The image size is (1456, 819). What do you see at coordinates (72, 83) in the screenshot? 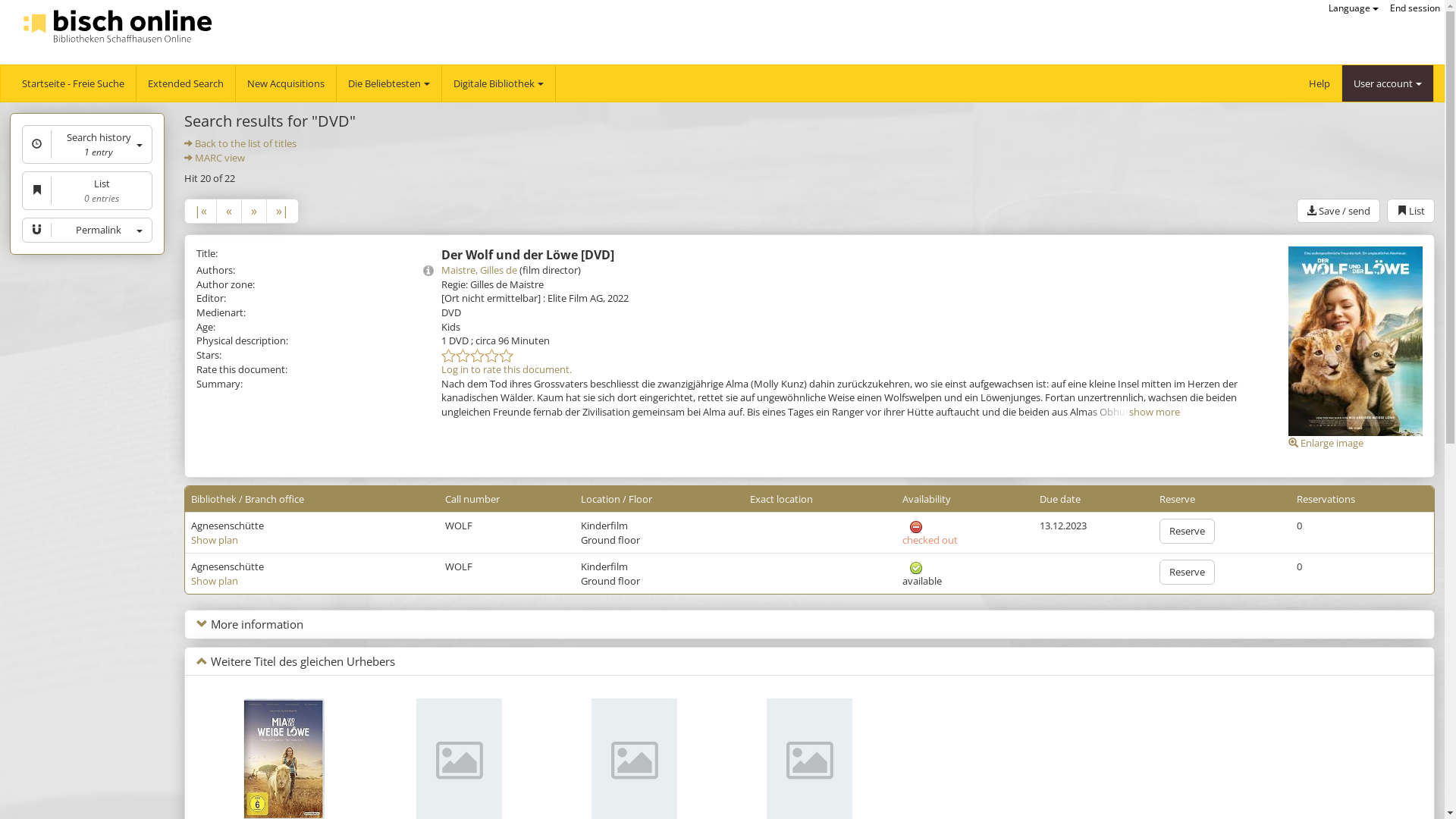
I see `'Startseite - Freie Suche'` at bounding box center [72, 83].